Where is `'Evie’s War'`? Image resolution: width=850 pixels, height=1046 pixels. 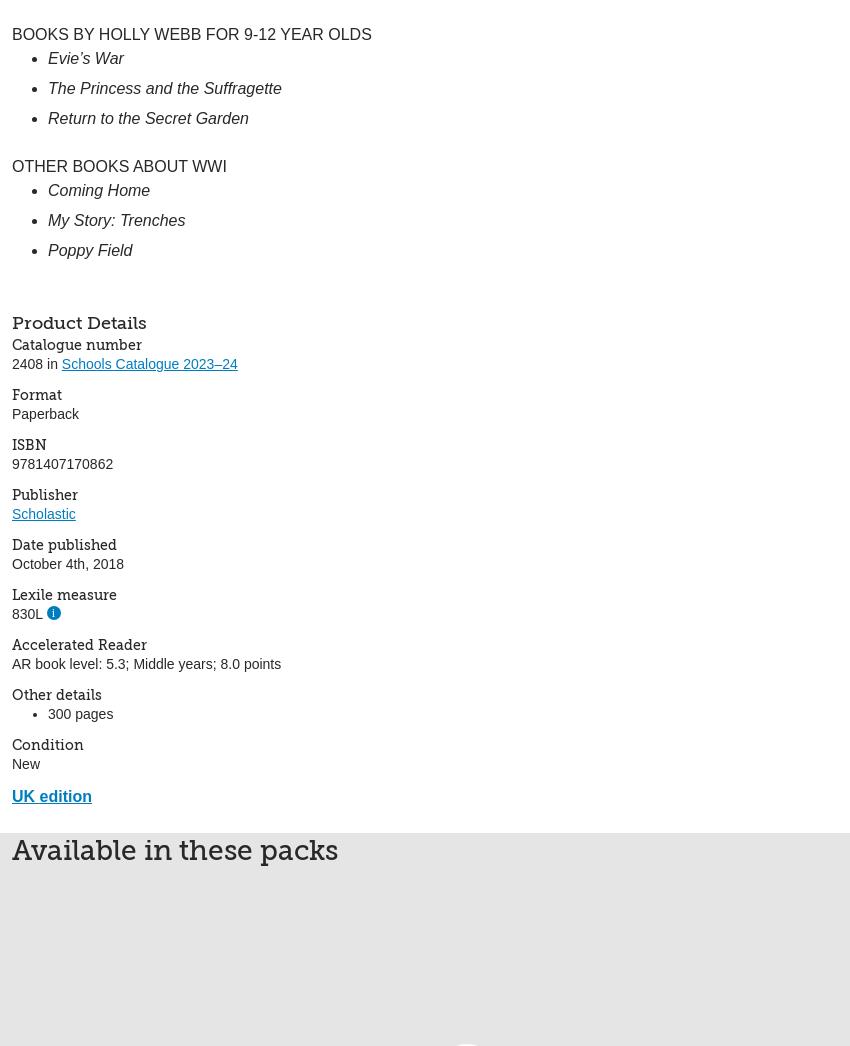 'Evie’s War' is located at coordinates (85, 57).